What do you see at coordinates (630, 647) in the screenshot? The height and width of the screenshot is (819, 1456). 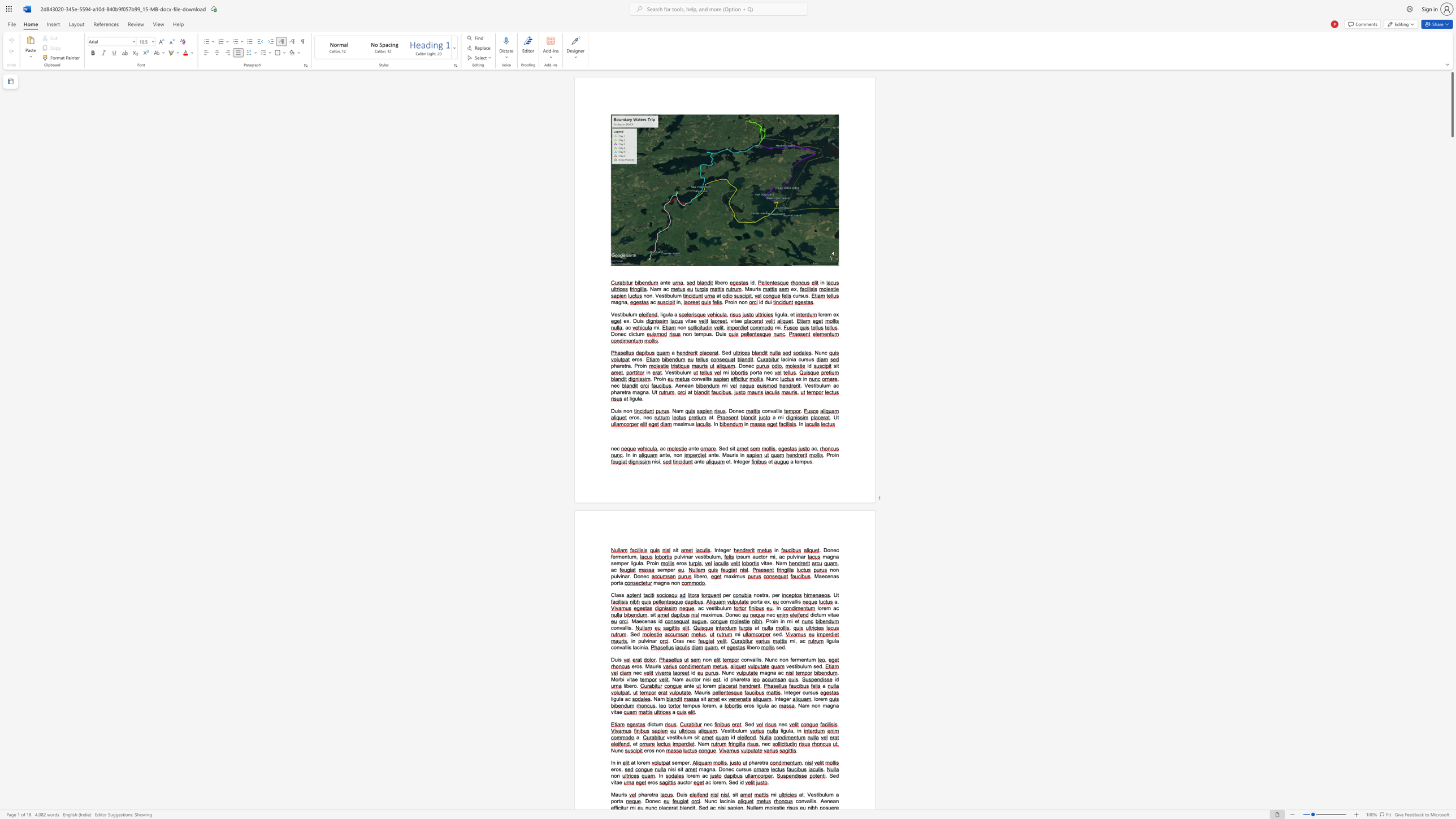 I see `the 1th character "s" in the text` at bounding box center [630, 647].